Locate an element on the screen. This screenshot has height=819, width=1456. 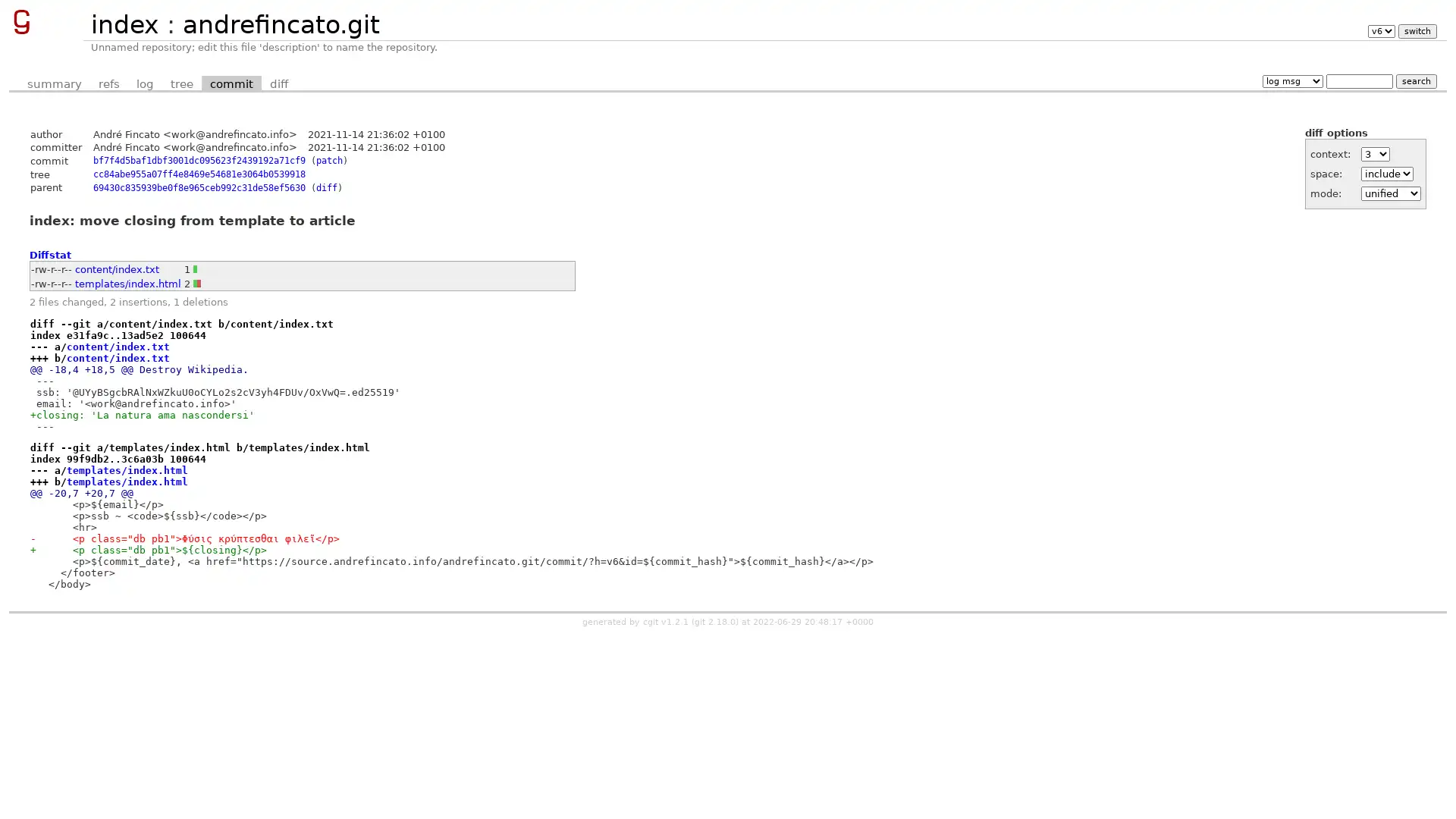
search is located at coordinates (1415, 80).